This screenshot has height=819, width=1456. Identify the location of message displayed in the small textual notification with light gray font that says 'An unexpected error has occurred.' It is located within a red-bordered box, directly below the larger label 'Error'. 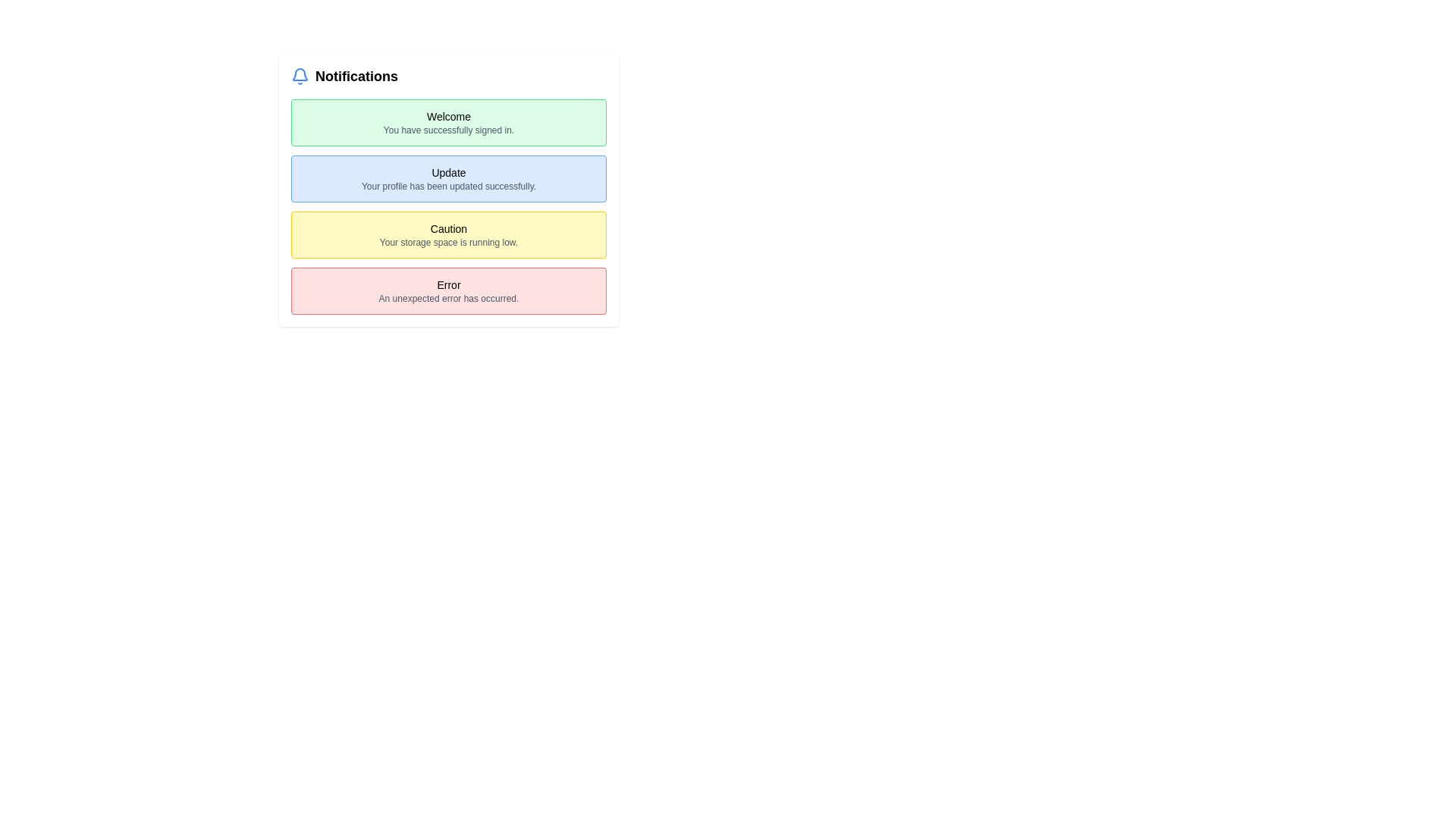
(447, 298).